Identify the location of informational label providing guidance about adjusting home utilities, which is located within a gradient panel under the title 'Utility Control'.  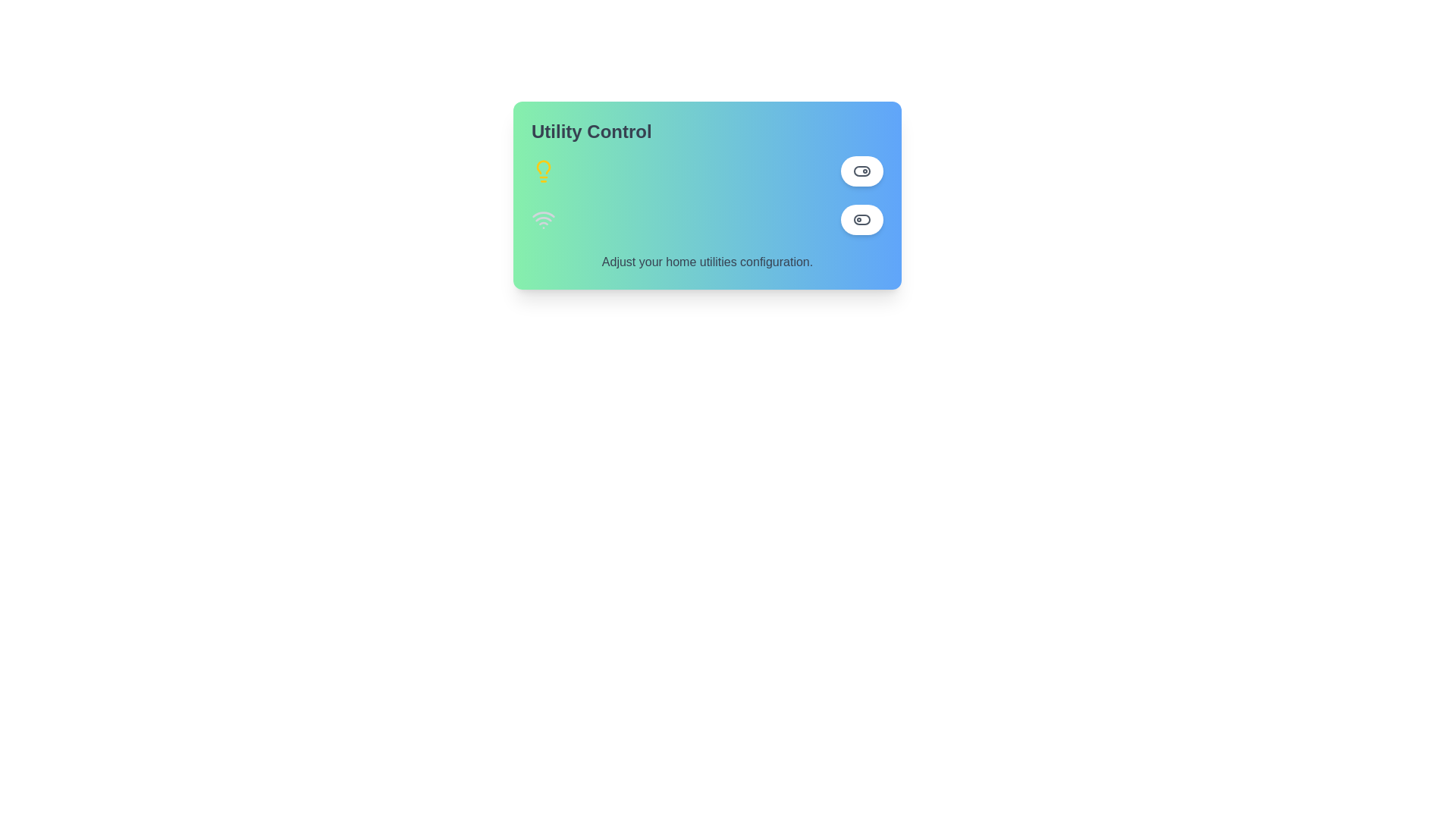
(706, 262).